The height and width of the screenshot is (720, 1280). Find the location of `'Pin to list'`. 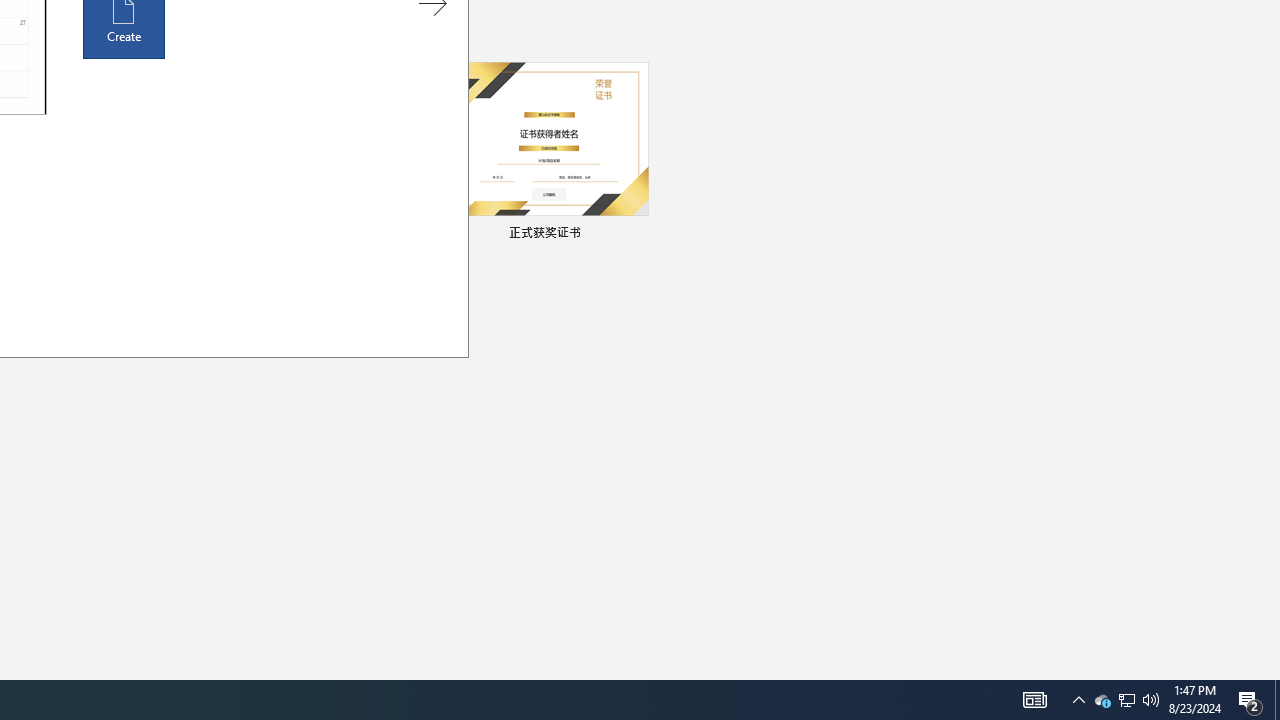

'Pin to list' is located at coordinates (635, 234).